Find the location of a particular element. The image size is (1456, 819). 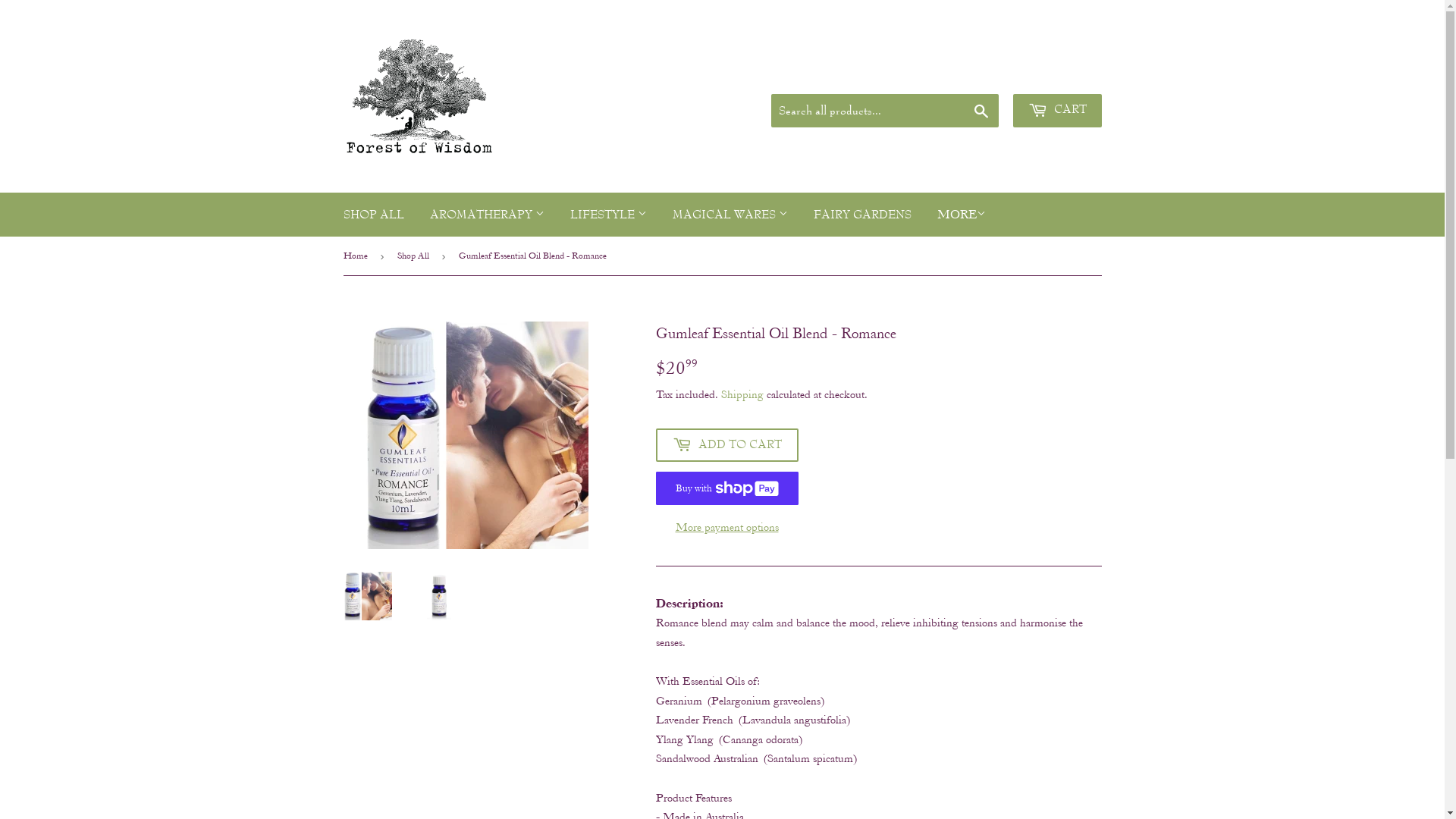

'Sign in' is located at coordinates (959, 74).